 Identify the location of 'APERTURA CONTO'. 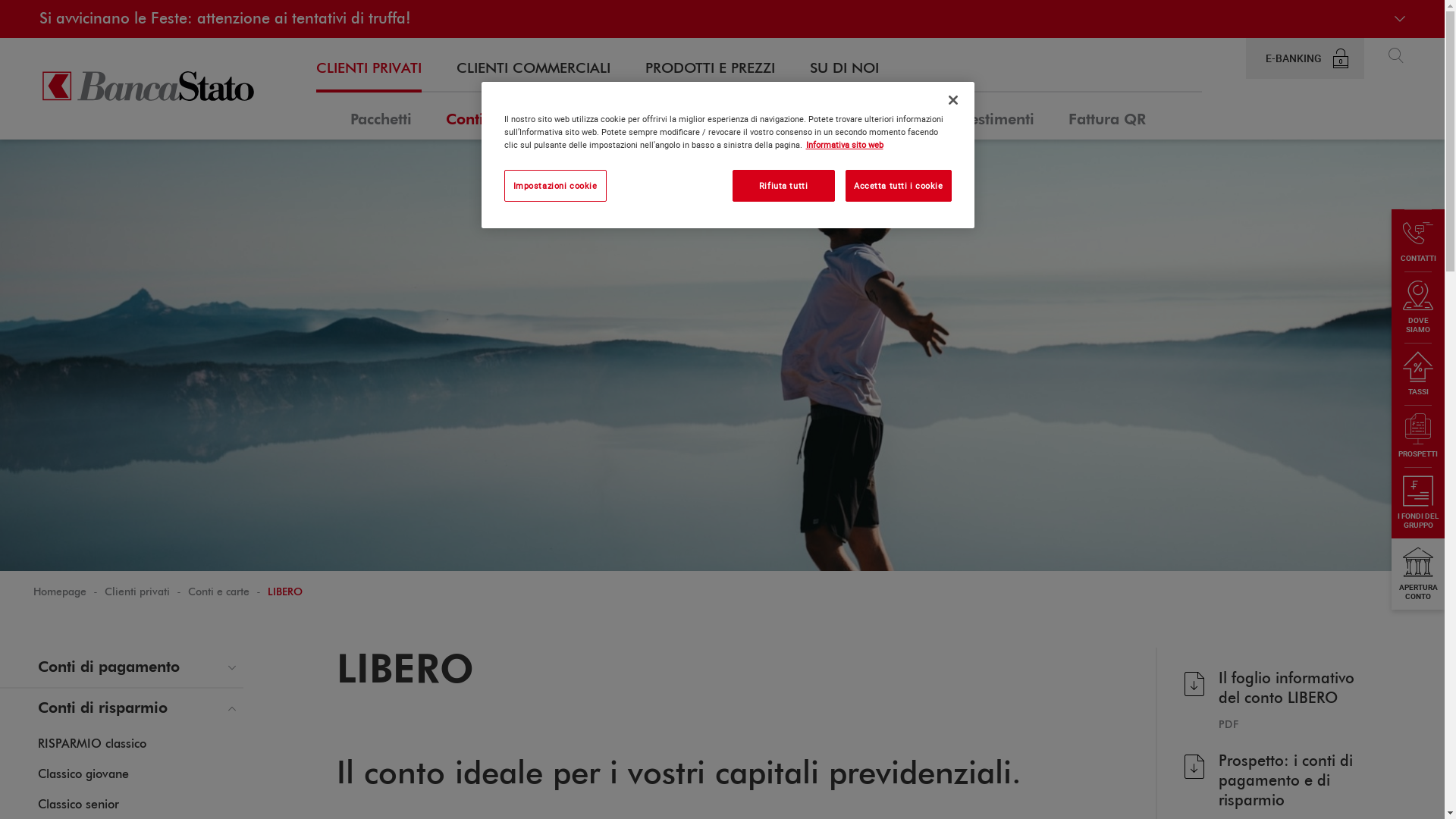
(1391, 573).